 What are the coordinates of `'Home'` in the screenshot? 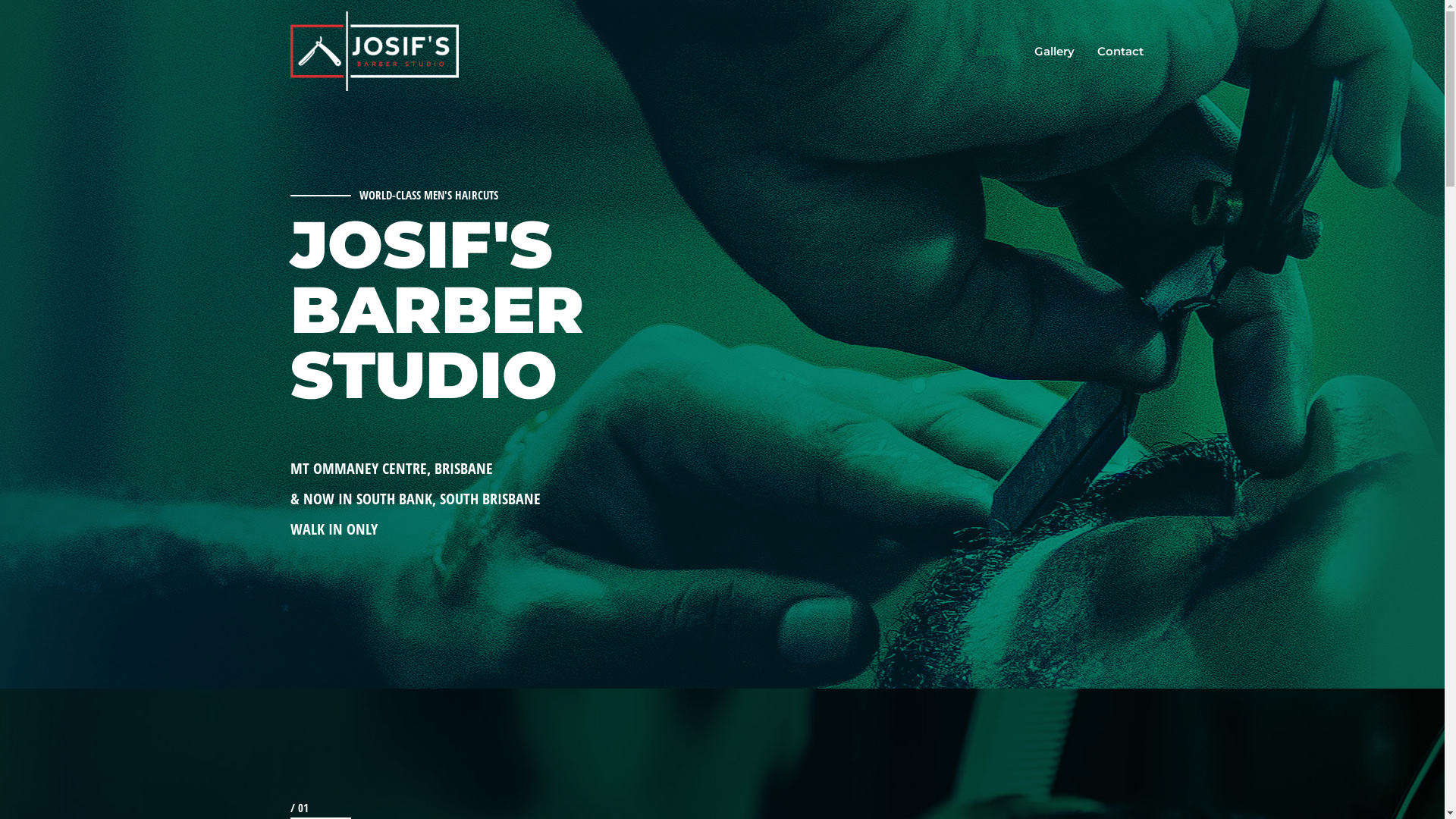 It's located at (993, 51).